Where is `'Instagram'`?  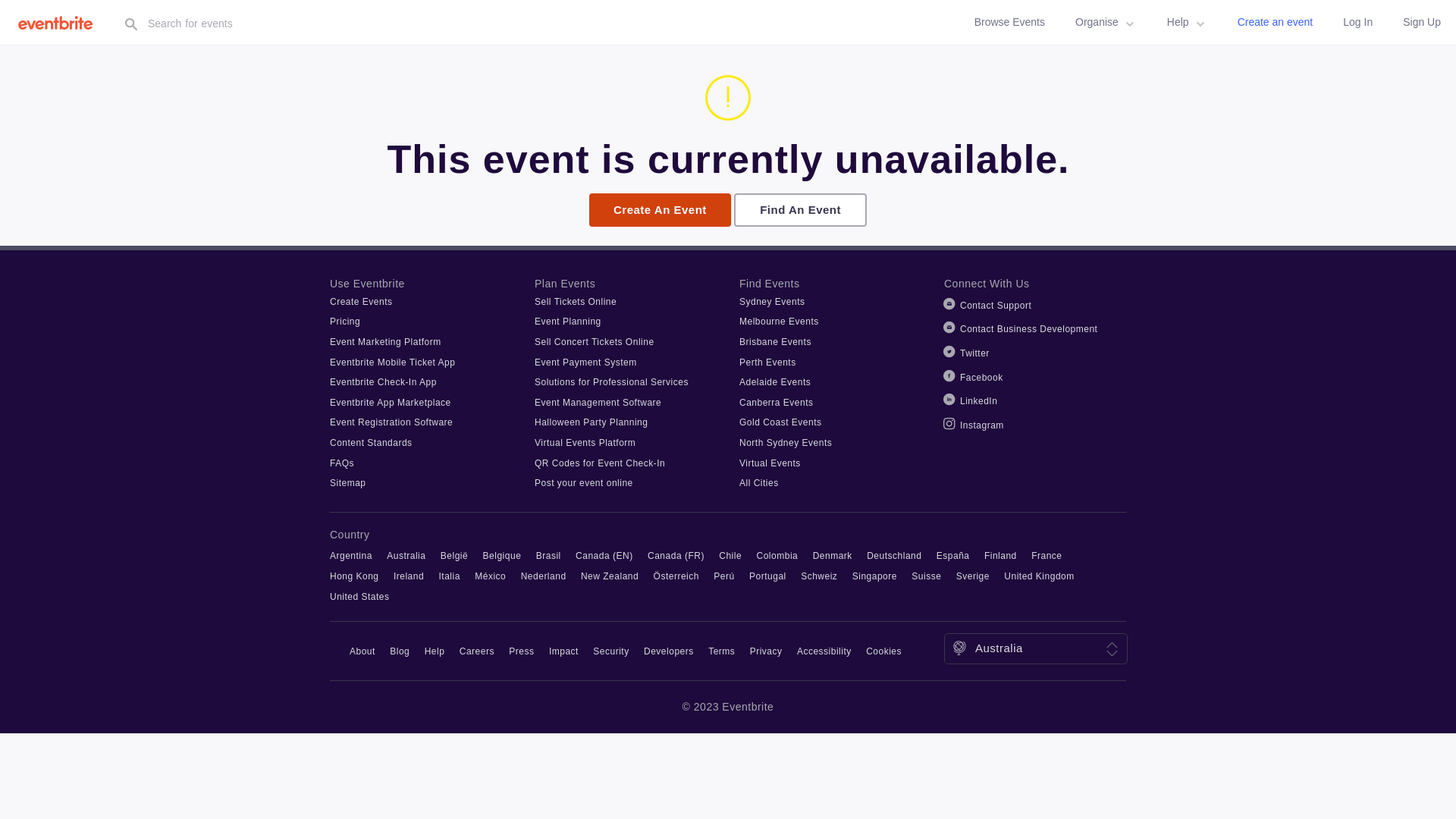
'Instagram' is located at coordinates (982, 425).